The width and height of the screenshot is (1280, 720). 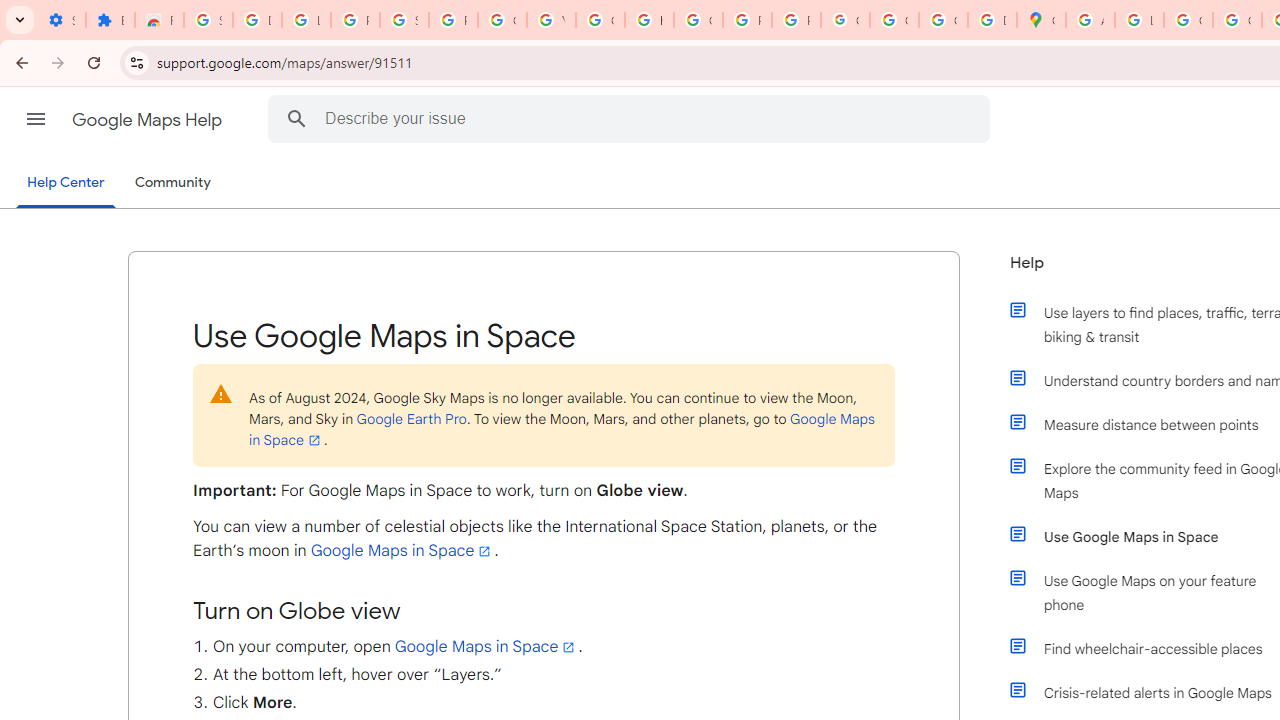 I want to click on 'Main menu', so click(x=35, y=119).